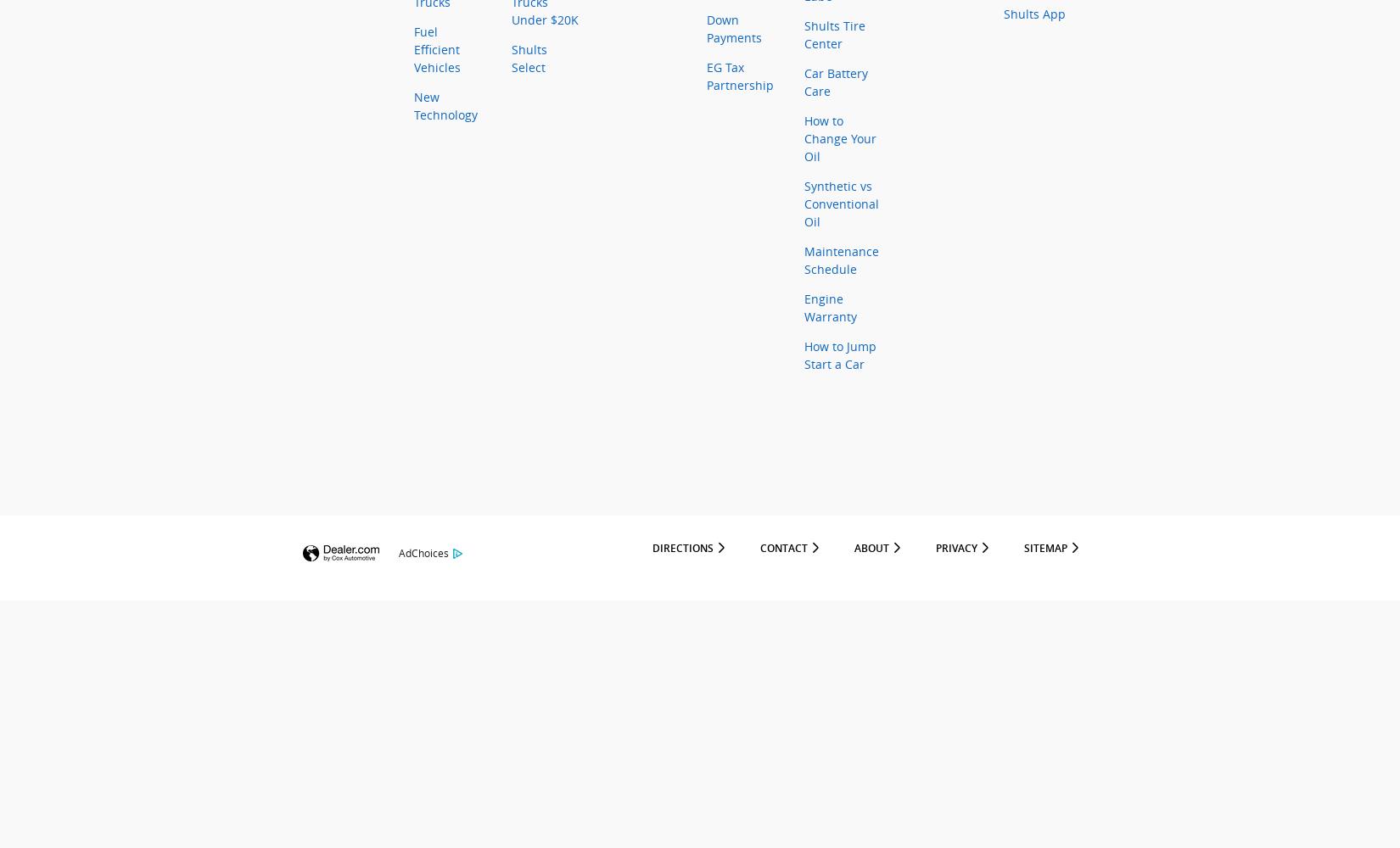 The width and height of the screenshot is (1400, 848). What do you see at coordinates (740, 75) in the screenshot?
I see `'EG Tax Partnership'` at bounding box center [740, 75].